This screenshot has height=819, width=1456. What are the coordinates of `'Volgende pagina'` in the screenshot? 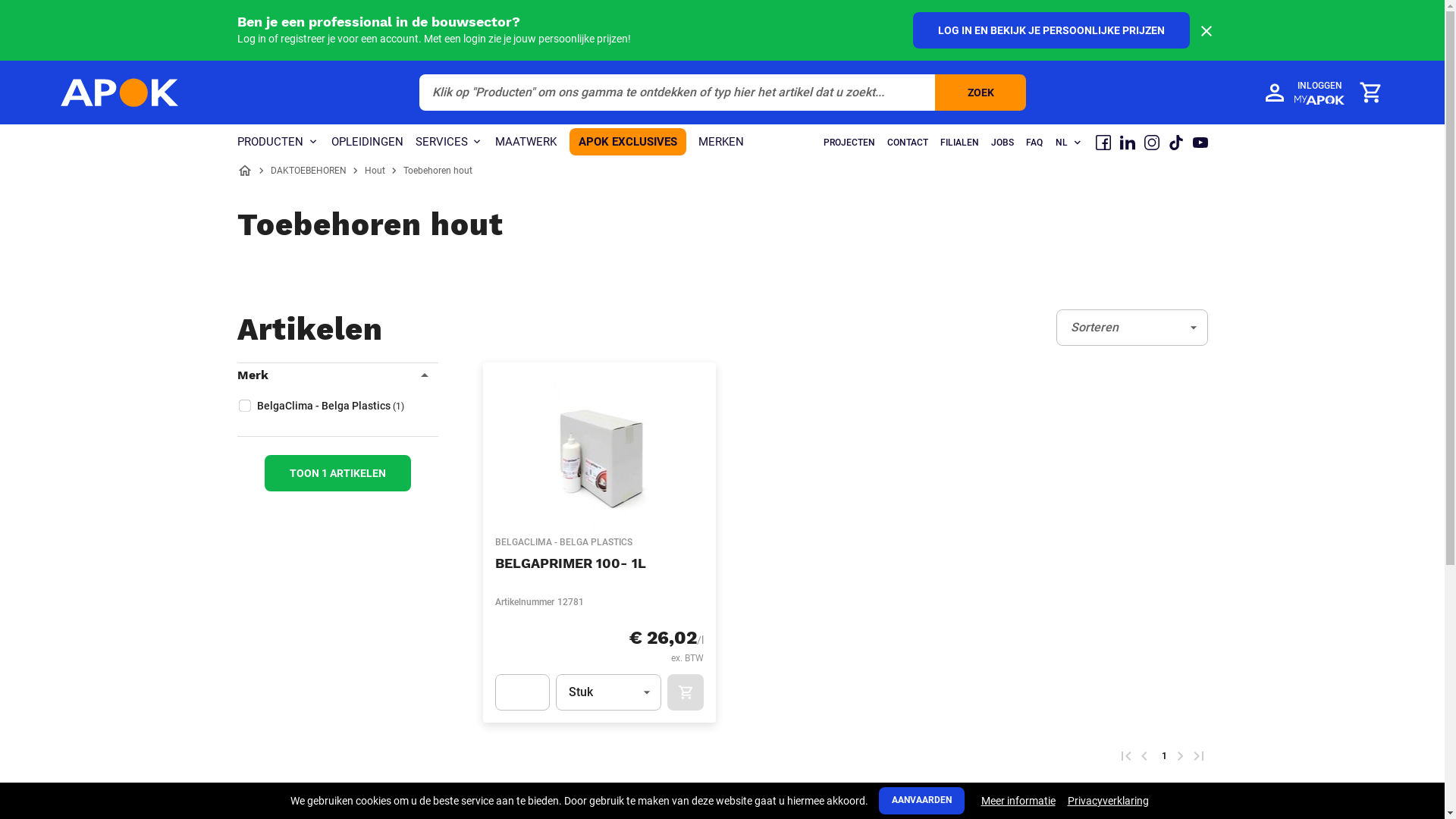 It's located at (1178, 755).